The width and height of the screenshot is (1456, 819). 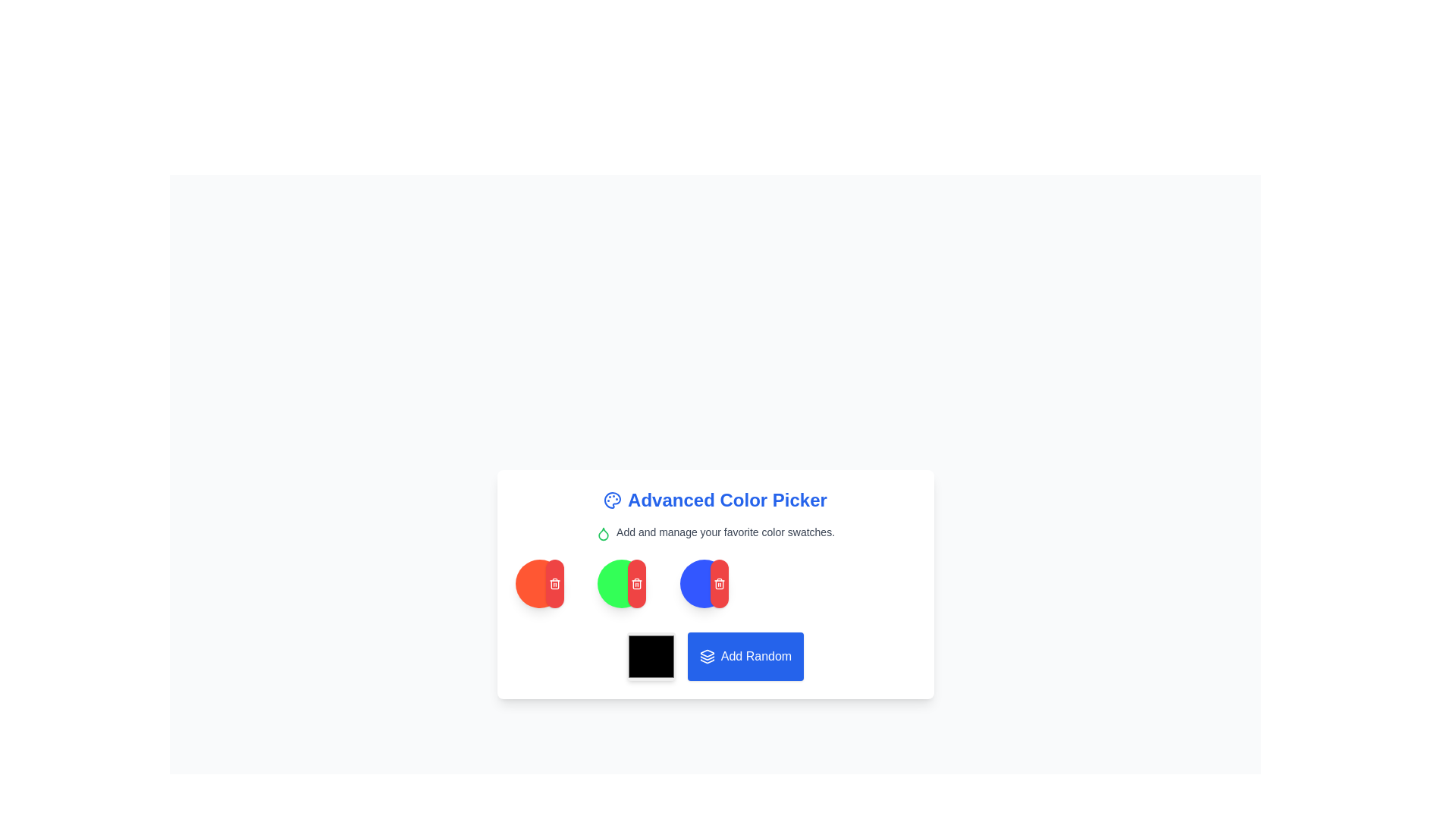 What do you see at coordinates (637, 582) in the screenshot?
I see `the trash icon located inside the red circular button at the top-right corner of the color swatch` at bounding box center [637, 582].